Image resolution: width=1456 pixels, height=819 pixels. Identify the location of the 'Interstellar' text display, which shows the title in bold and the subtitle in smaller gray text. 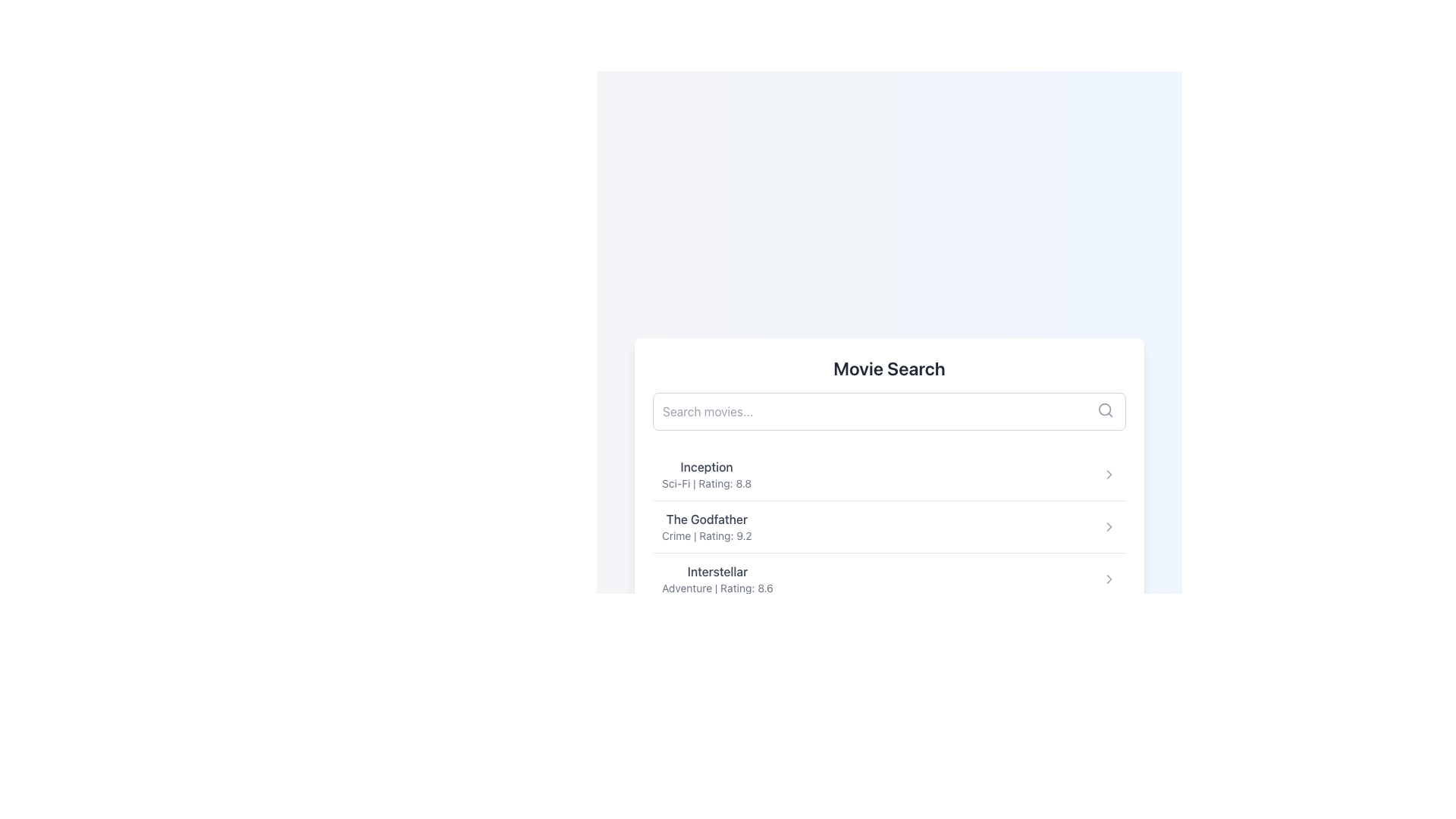
(717, 579).